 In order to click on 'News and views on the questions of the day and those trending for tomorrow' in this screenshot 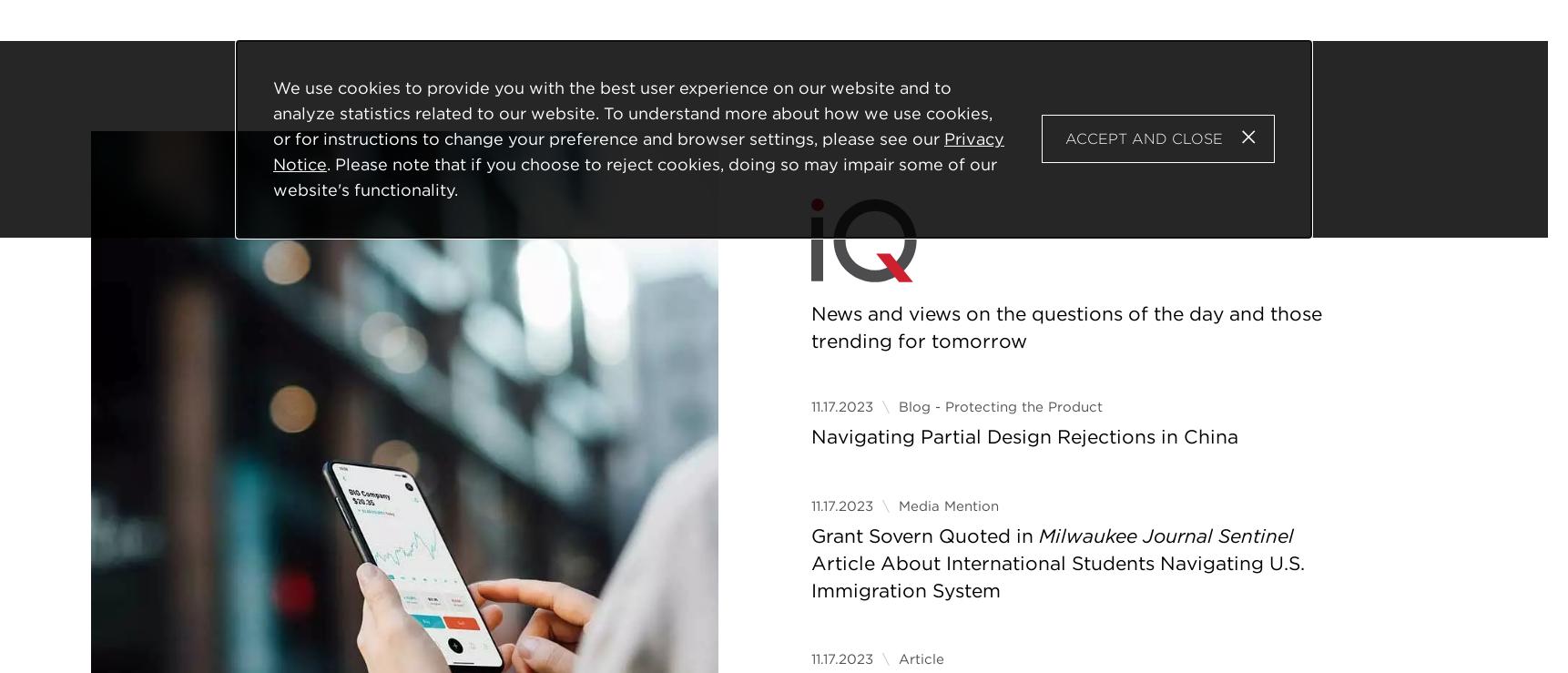, I will do `click(810, 326)`.